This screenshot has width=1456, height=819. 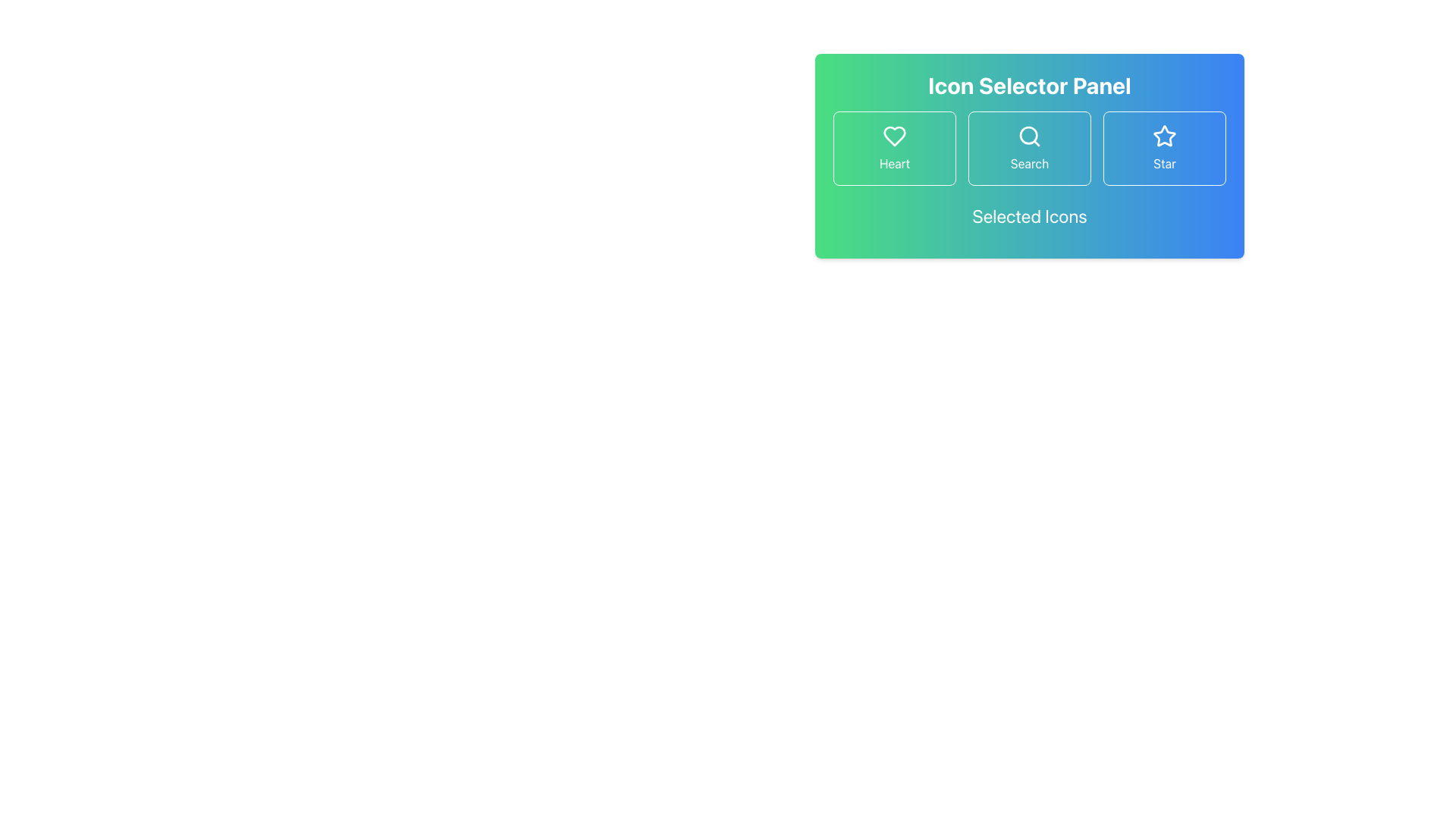 What do you see at coordinates (895, 164) in the screenshot?
I see `the text label at the bottom of the first button in the Icon Selector Panel` at bounding box center [895, 164].